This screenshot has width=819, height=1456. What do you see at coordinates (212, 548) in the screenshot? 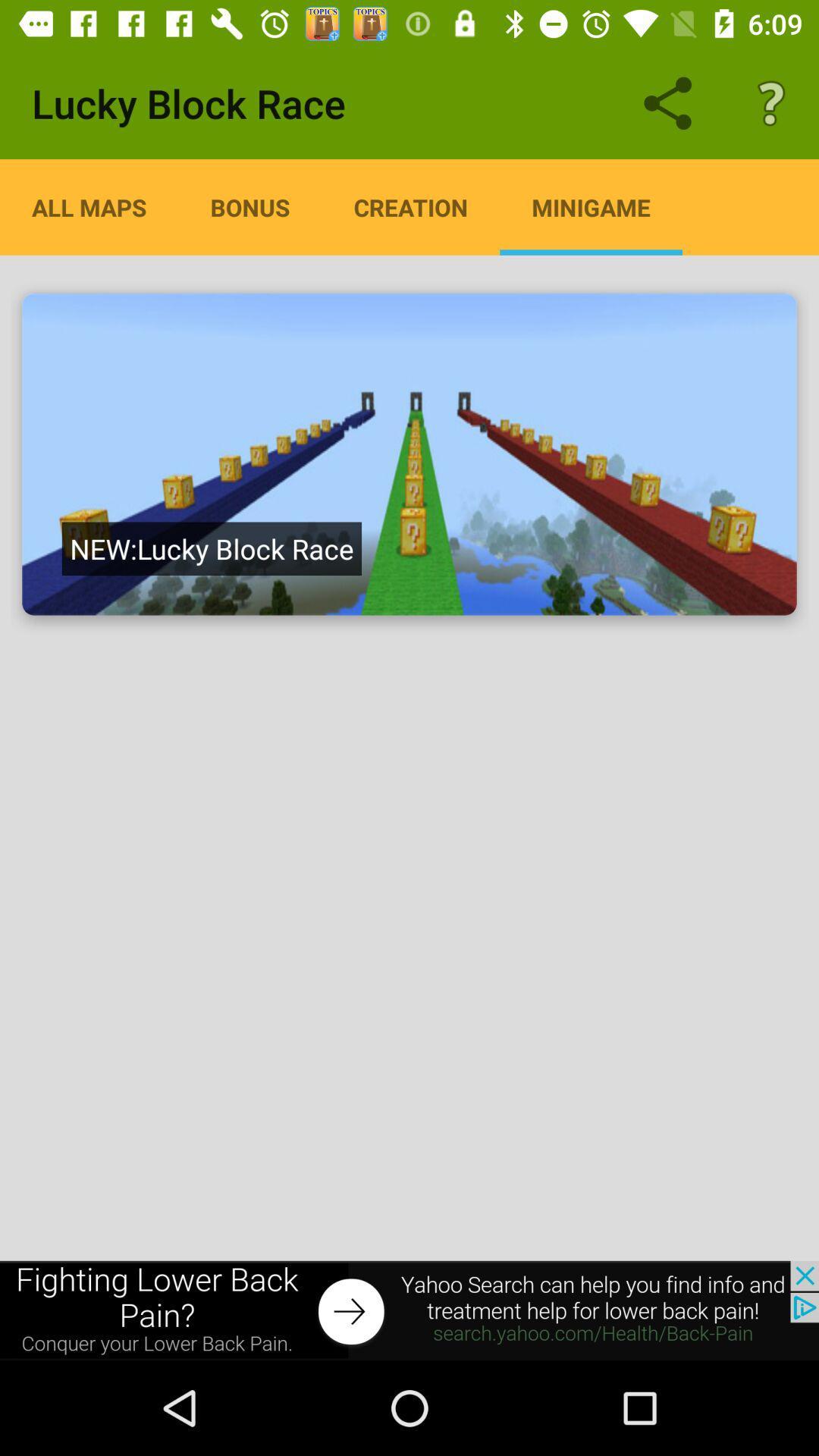
I see `the text which is in the image` at bounding box center [212, 548].